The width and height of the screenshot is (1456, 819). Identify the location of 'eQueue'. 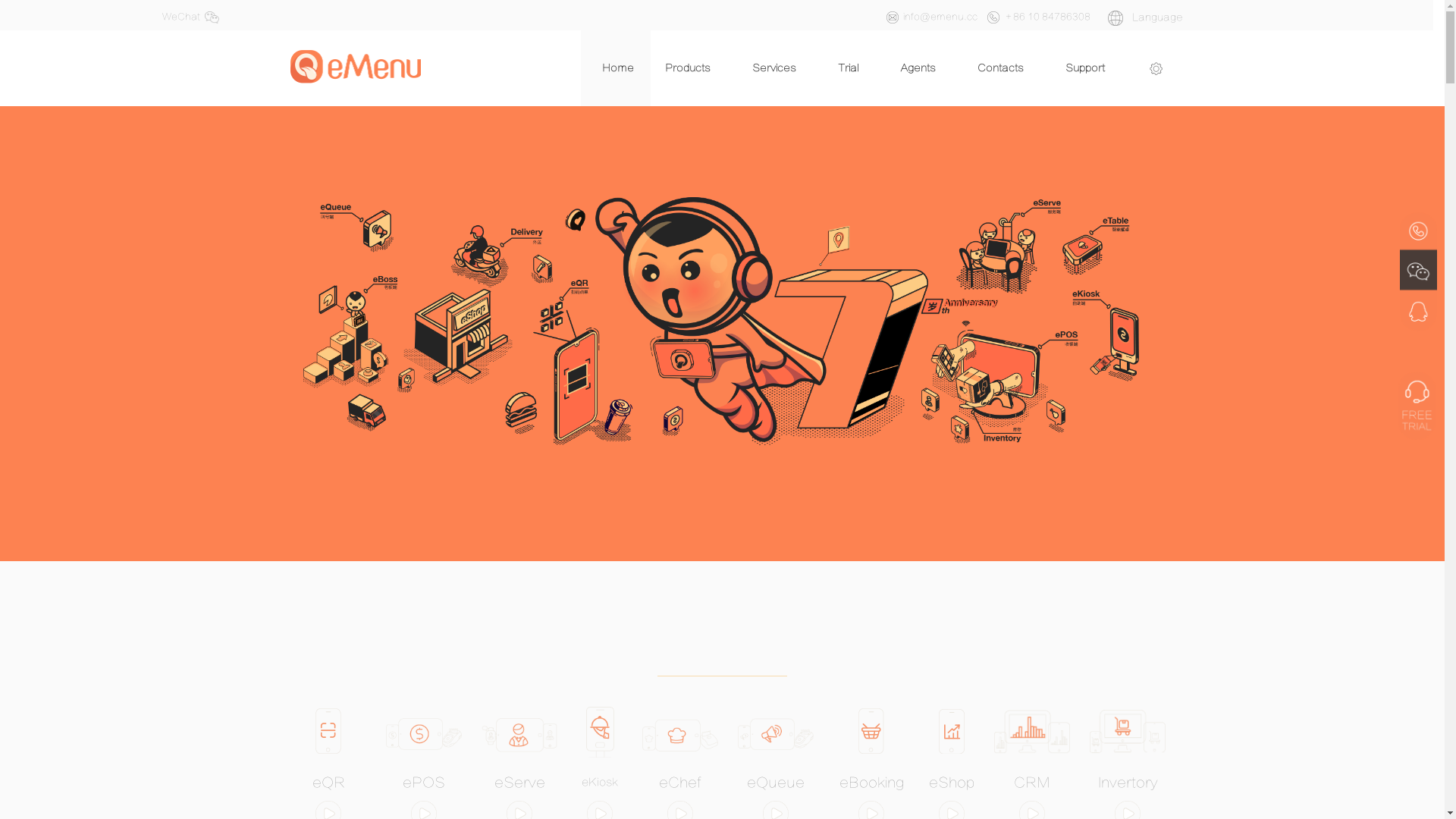
(775, 780).